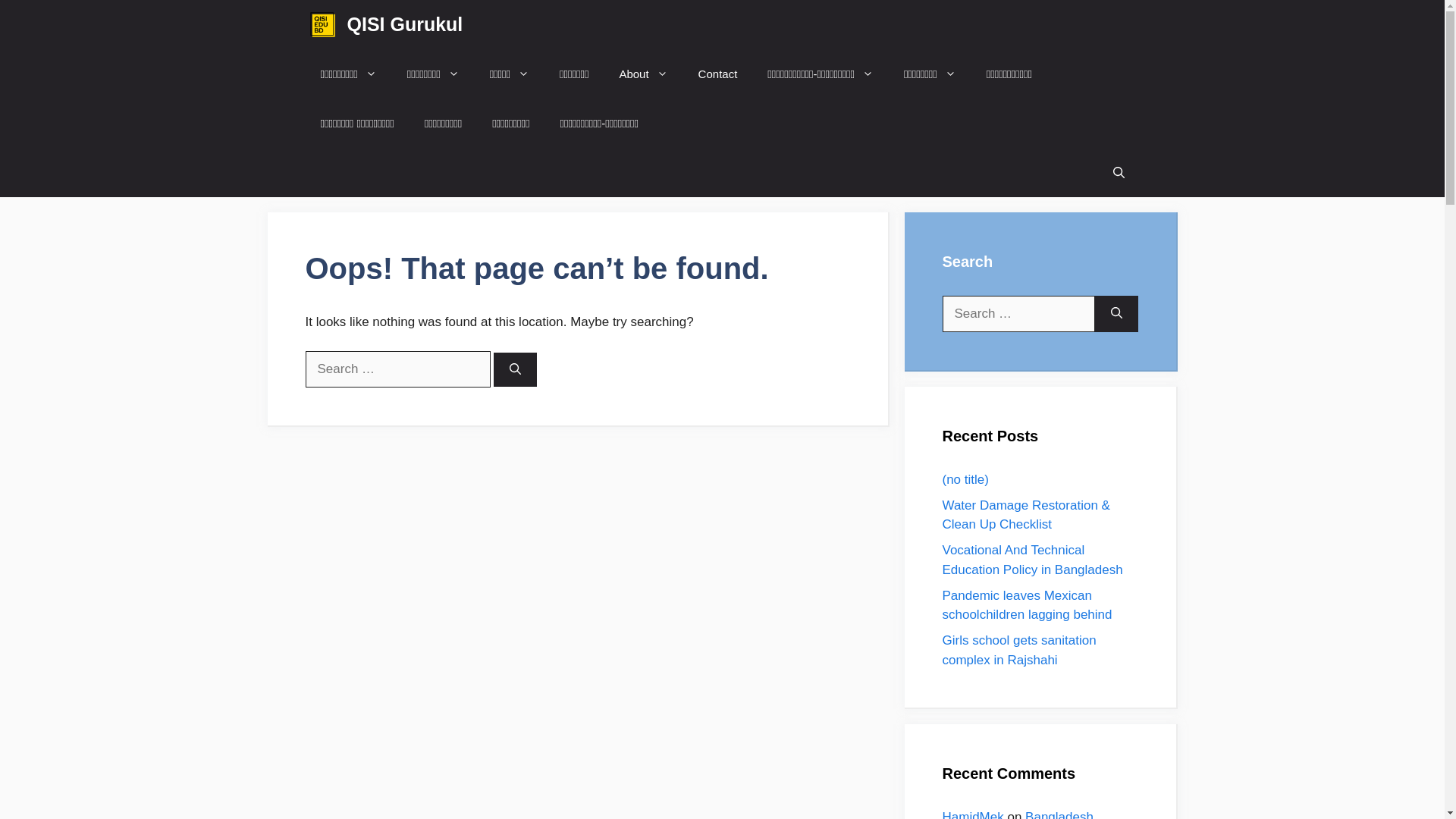 The height and width of the screenshot is (819, 1456). I want to click on 'Search for:', so click(1018, 312).